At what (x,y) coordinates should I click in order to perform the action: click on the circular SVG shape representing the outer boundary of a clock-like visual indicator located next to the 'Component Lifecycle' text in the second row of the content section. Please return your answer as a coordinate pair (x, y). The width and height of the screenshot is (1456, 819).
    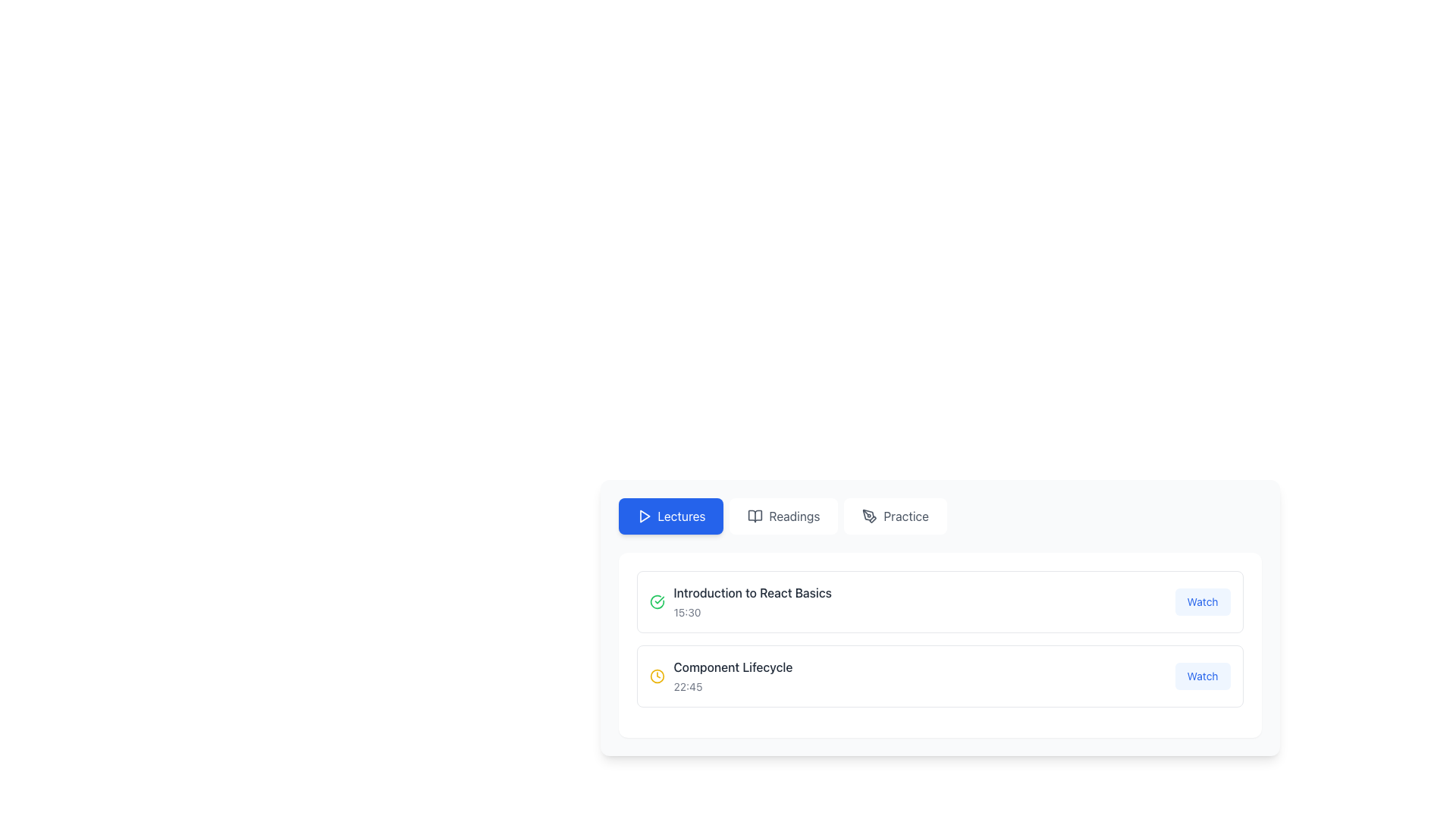
    Looking at the image, I should click on (657, 675).